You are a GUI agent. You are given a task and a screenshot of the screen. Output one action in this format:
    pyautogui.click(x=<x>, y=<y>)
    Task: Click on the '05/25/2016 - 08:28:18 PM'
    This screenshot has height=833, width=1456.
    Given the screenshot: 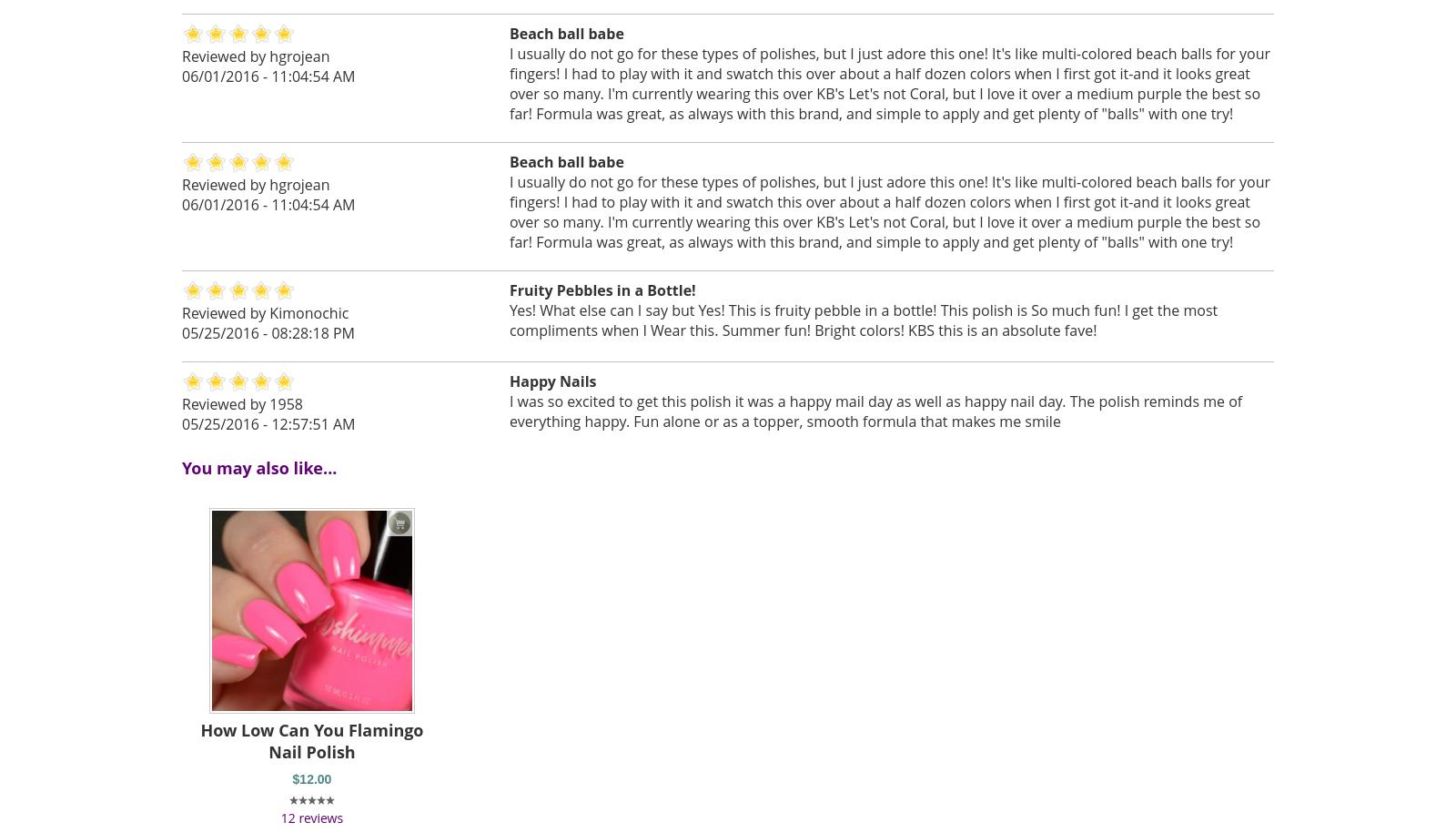 What is the action you would take?
    pyautogui.click(x=268, y=330)
    